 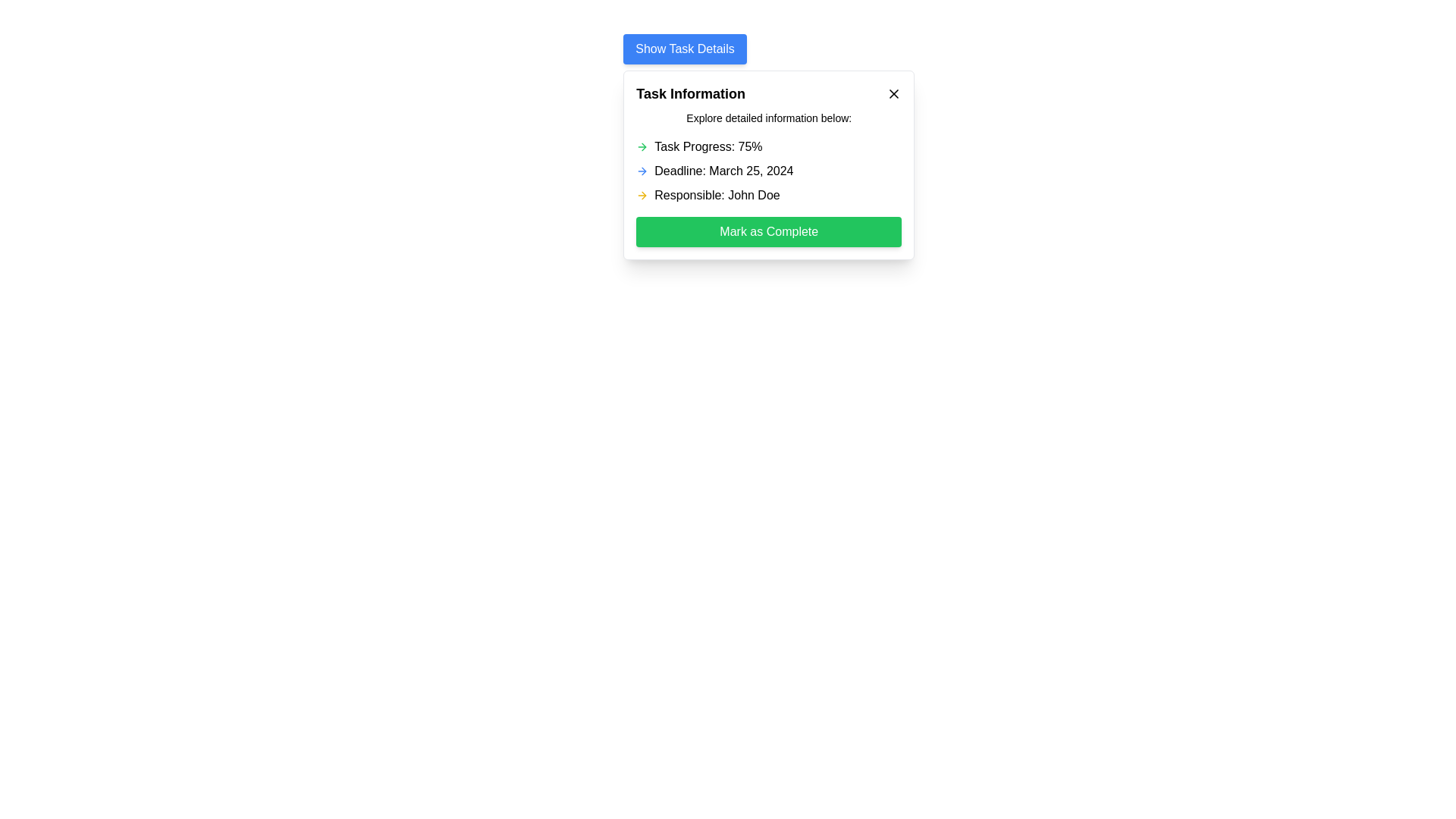 I want to click on styling and attributes of the yellow rightward-pointing arrow icon located to the left of the text 'Responsible: John Doe' within the 'Task Information' card, so click(x=642, y=195).